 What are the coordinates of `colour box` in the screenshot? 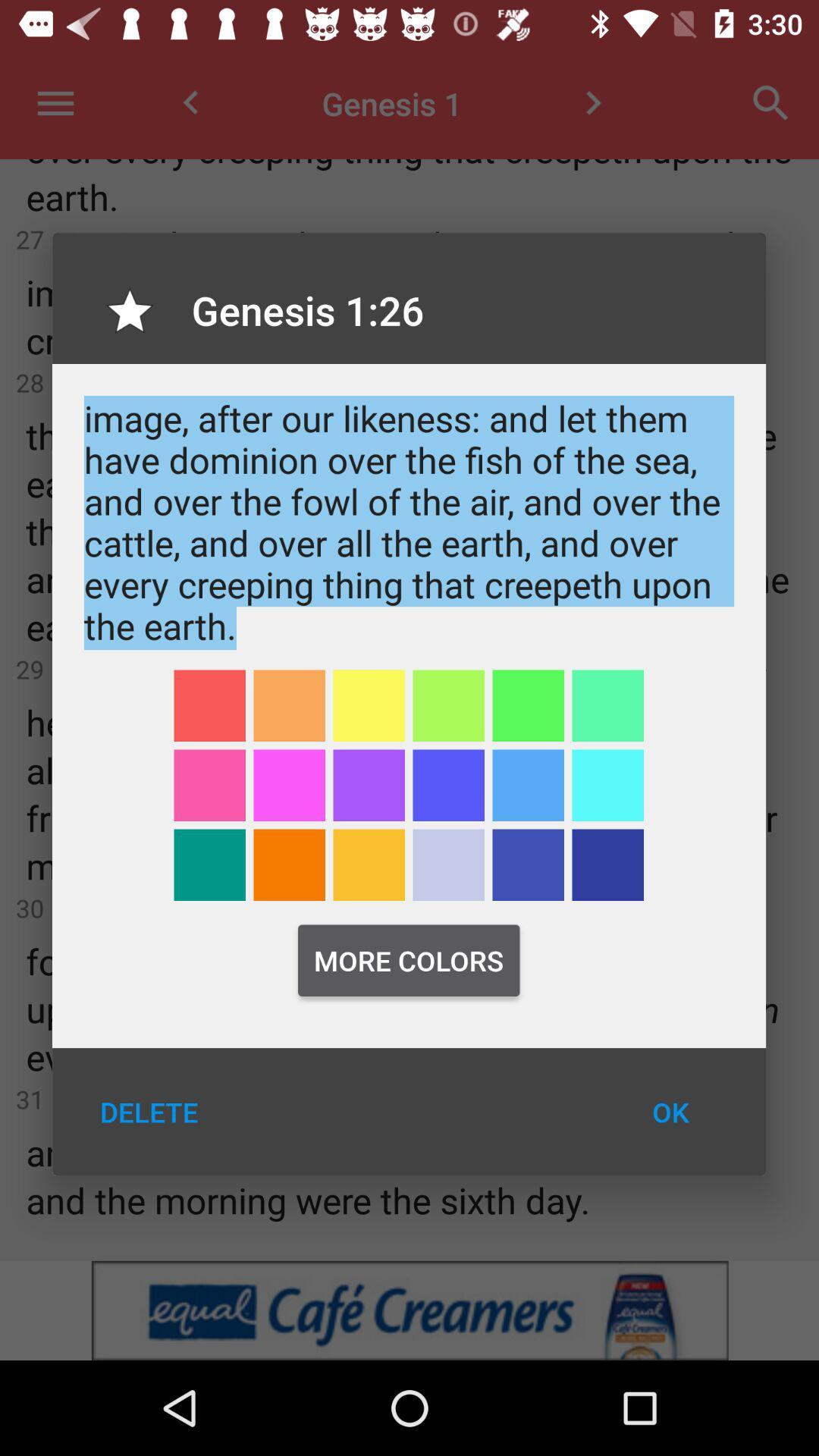 It's located at (607, 864).